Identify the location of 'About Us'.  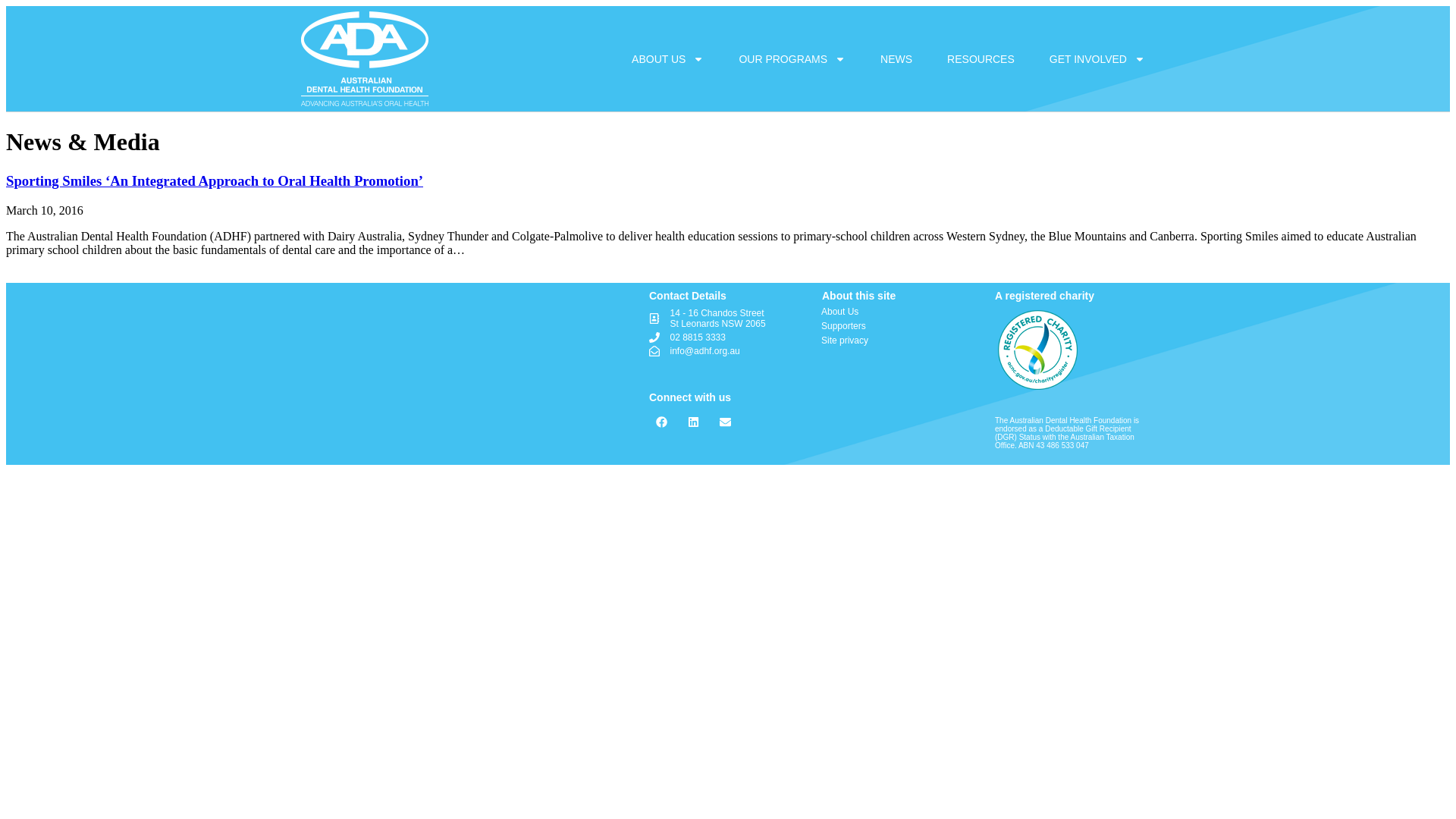
(821, 311).